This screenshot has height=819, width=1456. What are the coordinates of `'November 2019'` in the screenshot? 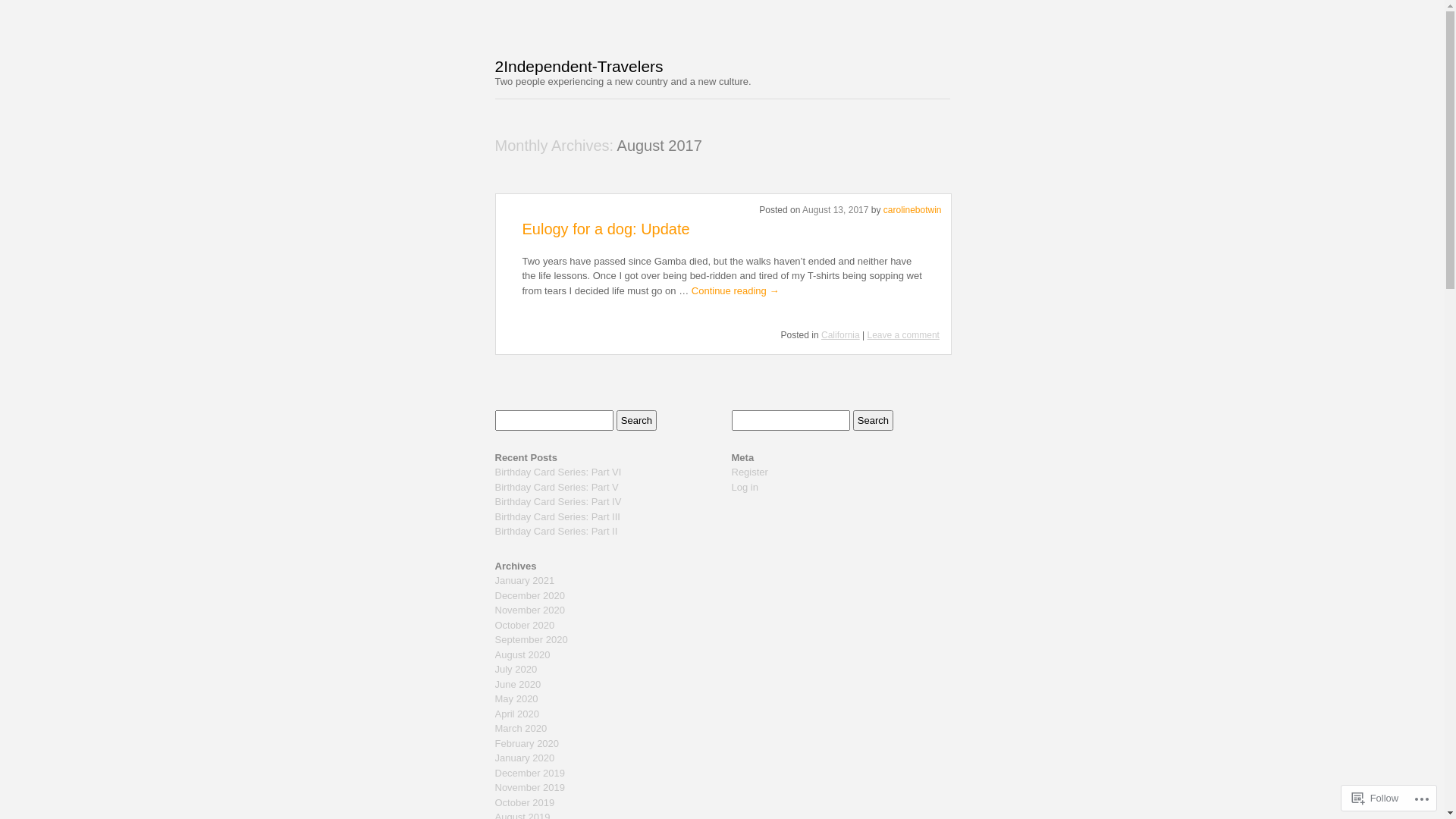 It's located at (529, 786).